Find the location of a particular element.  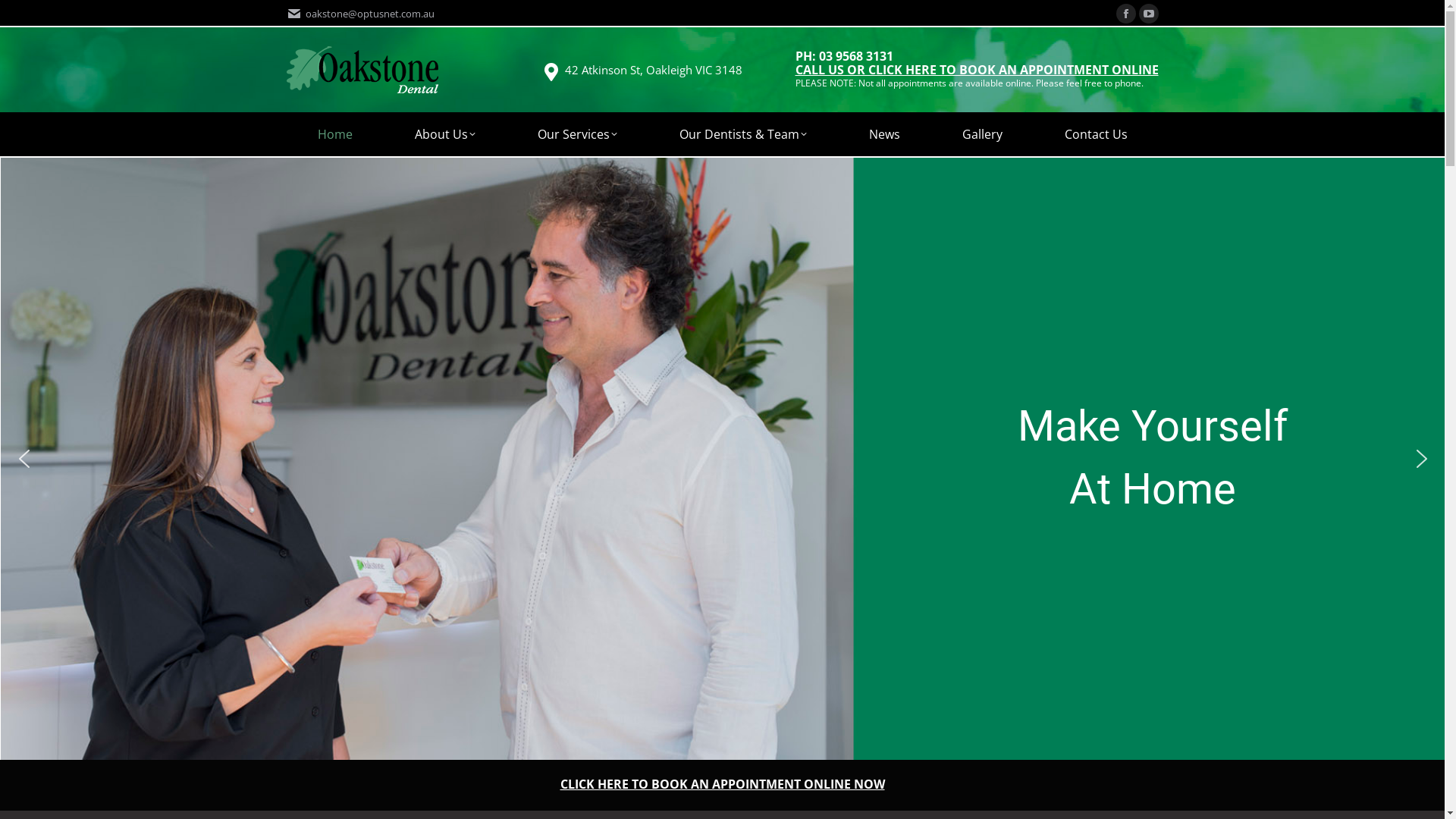

'About Us' is located at coordinates (383, 133).